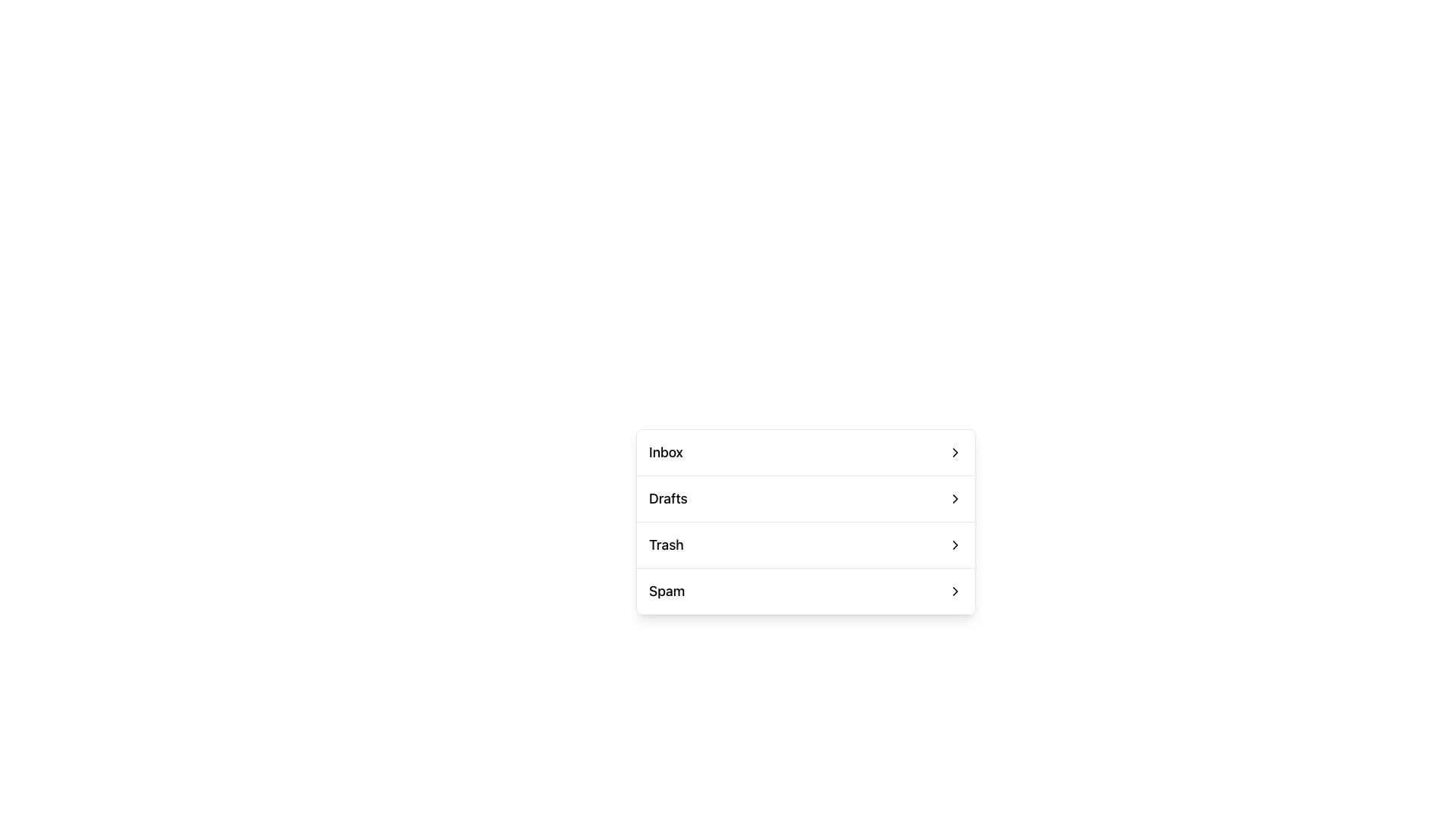  Describe the element at coordinates (954, 544) in the screenshot. I see `the rightward-pointing chevron icon located to the far right of the 'Trash' menu item` at that location.